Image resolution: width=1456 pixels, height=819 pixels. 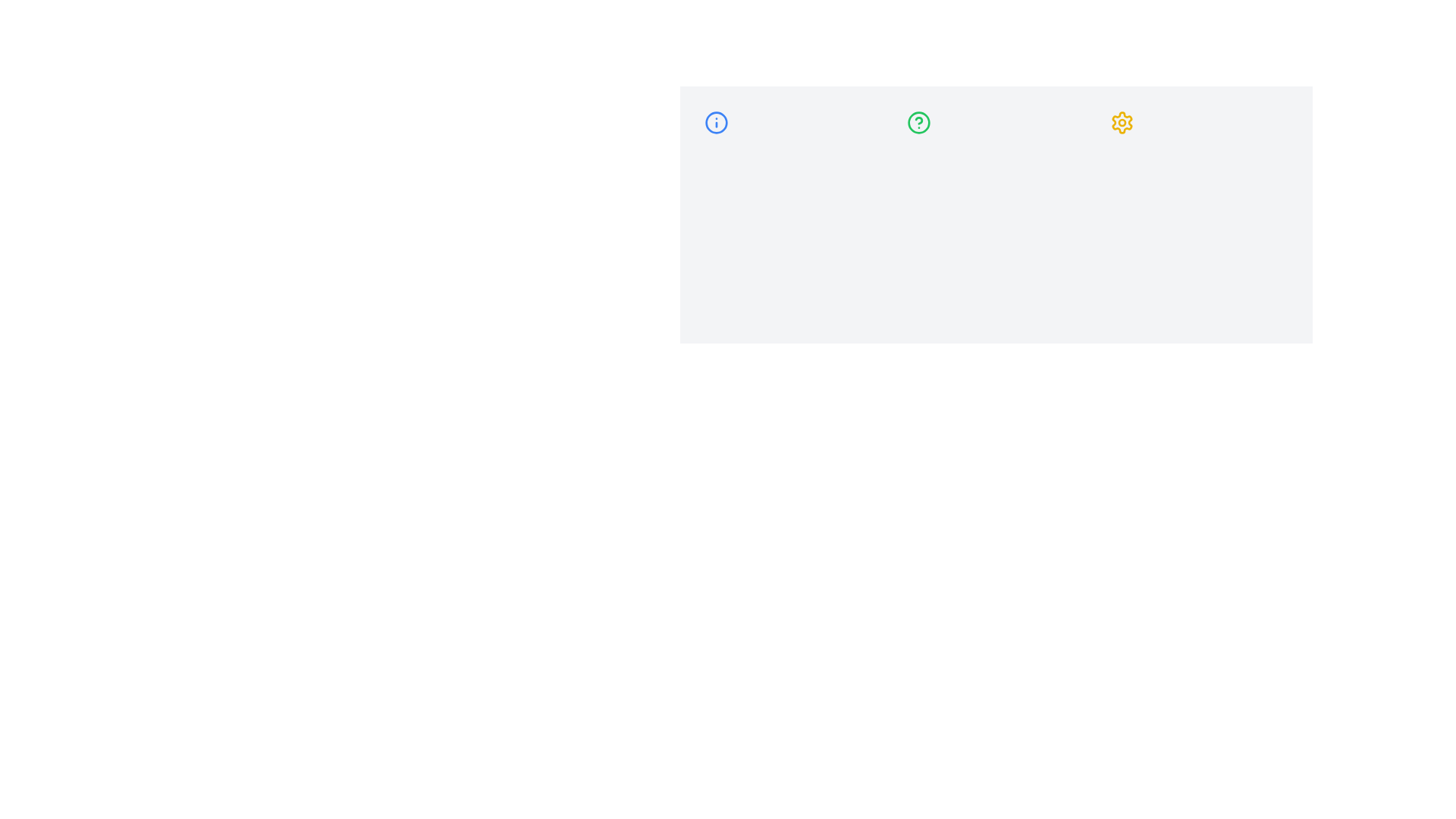 I want to click on the Circular graphic component, which is a round shape with a green border located centrally within a green-outlined question mark icon, the middle icon in a horizontal row of three icons, so click(x=918, y=122).